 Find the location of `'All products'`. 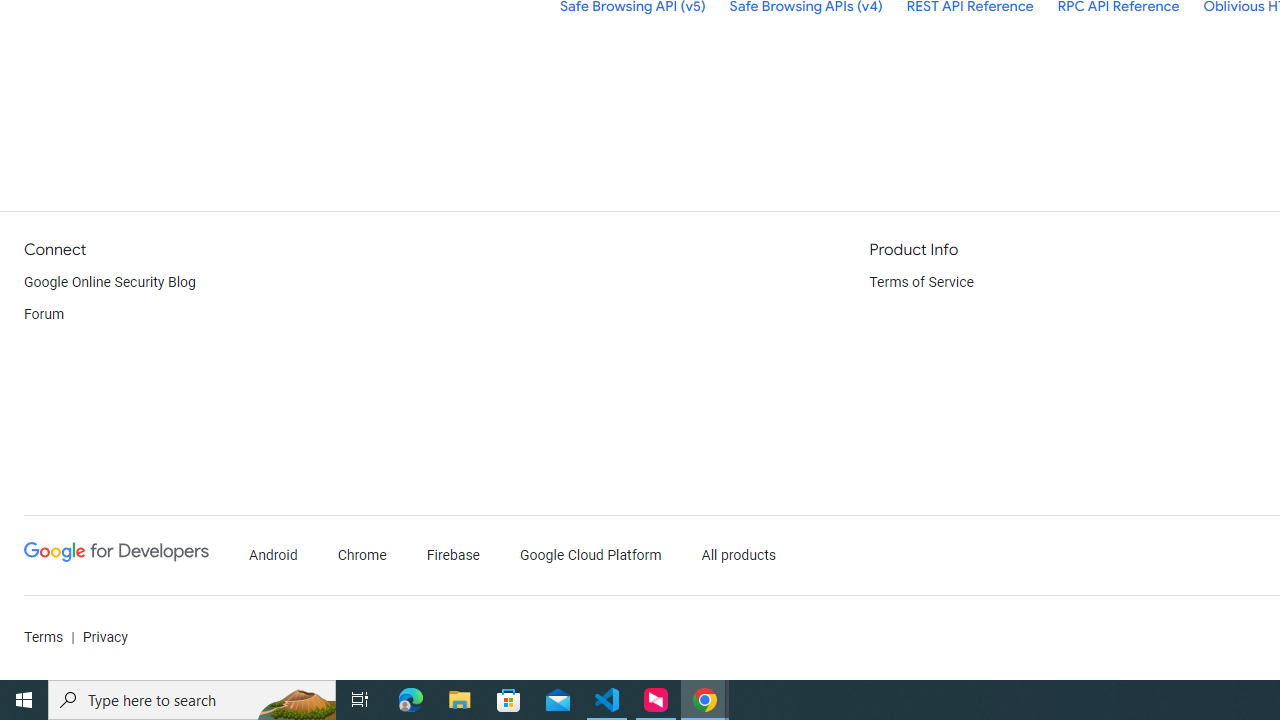

'All products' is located at coordinates (738, 555).